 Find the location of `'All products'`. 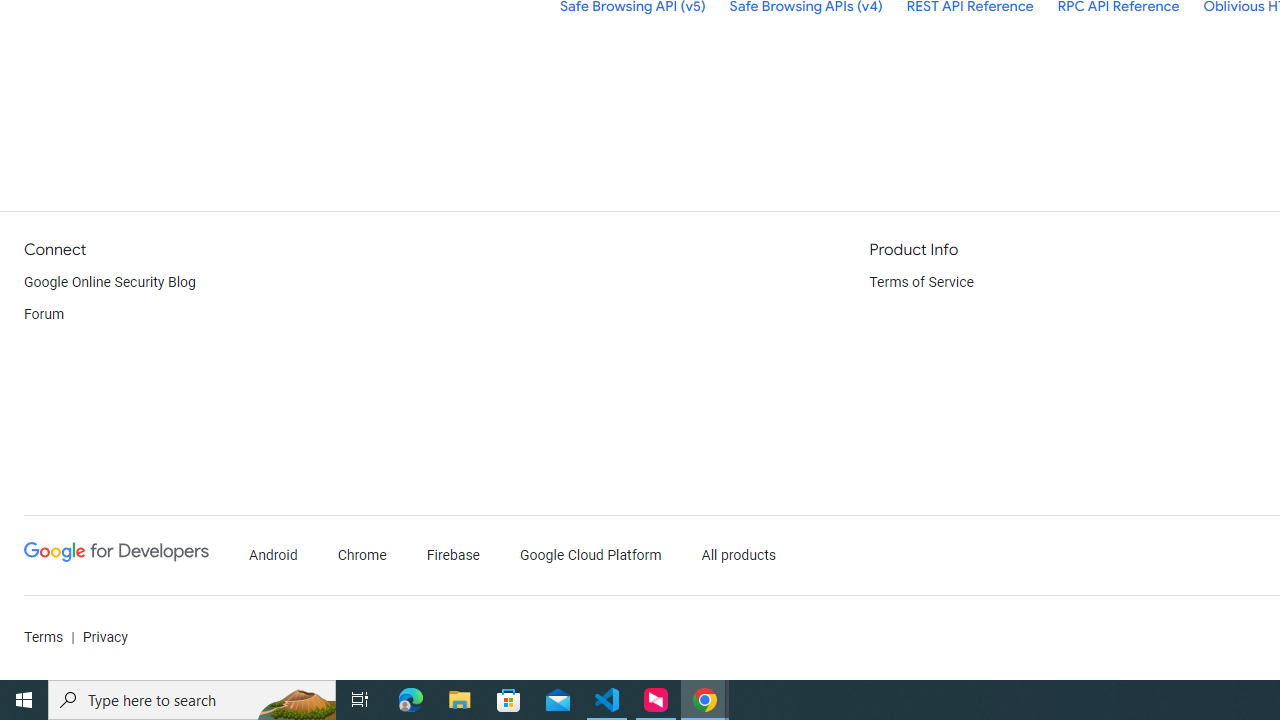

'All products' is located at coordinates (738, 555).